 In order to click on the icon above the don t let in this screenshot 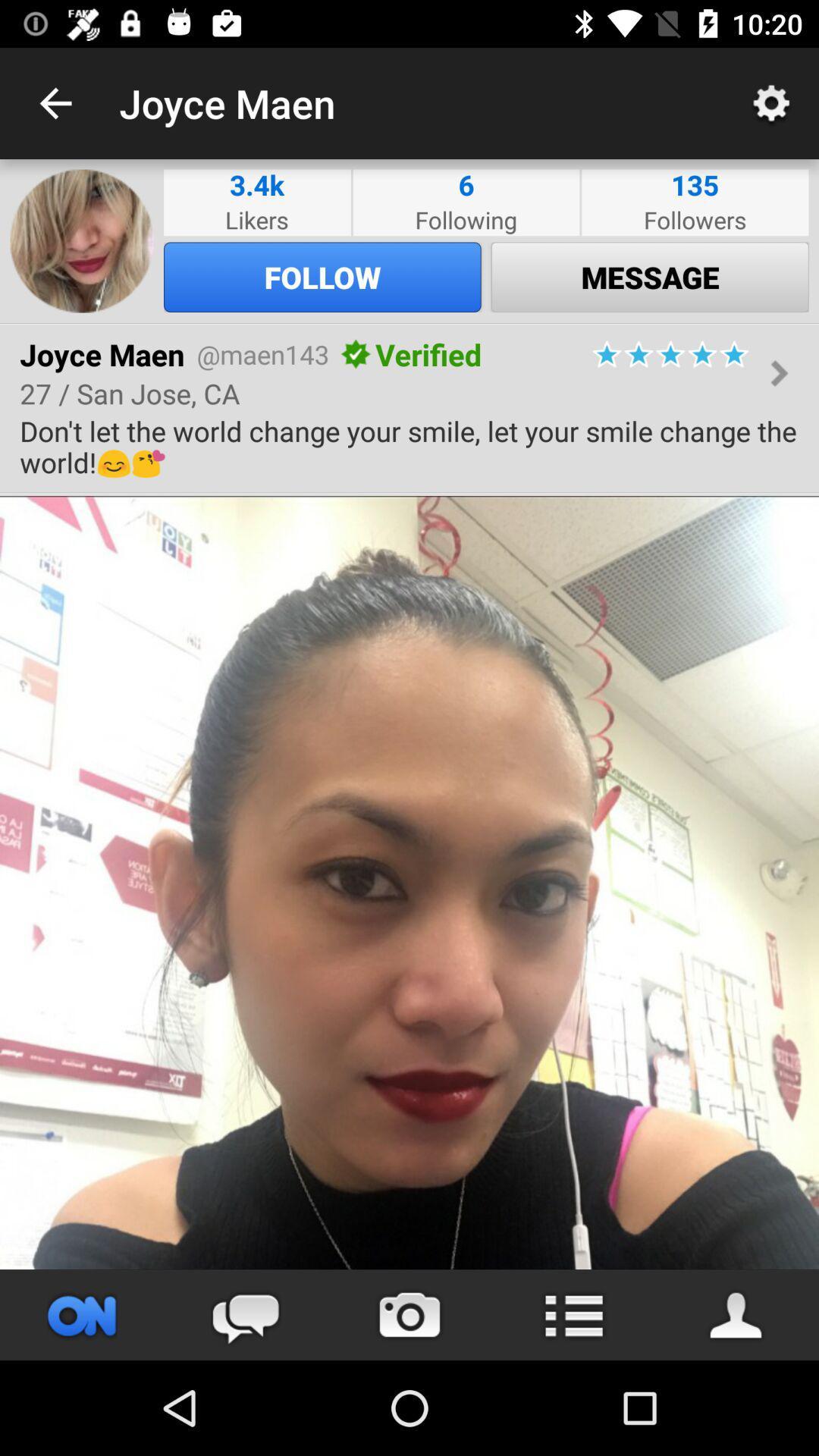, I will do `click(670, 353)`.